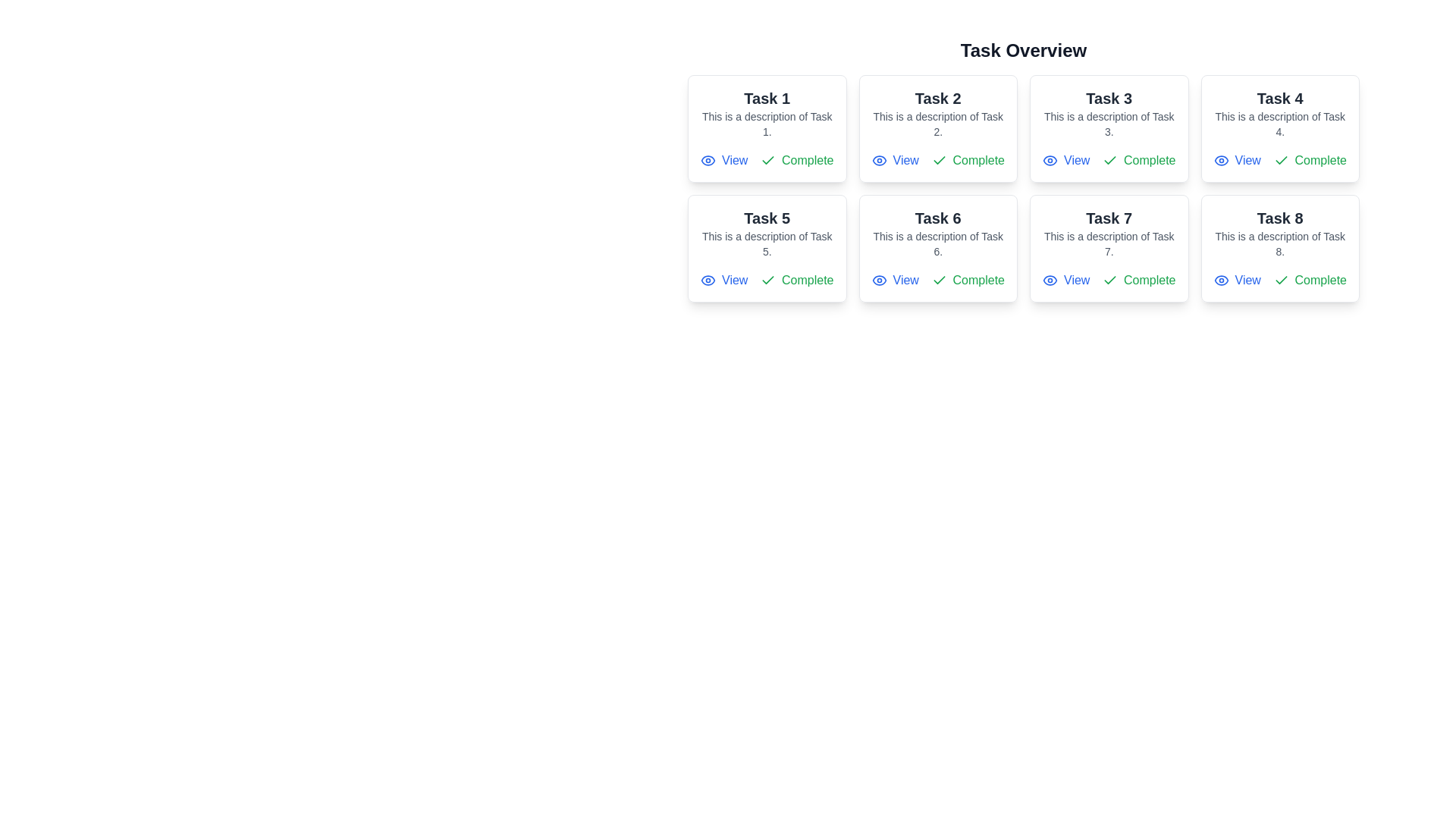  I want to click on the 'Complete' status icon located next to the text label 'Complete' for 'Task 3' to mark the task as completed, so click(1110, 161).